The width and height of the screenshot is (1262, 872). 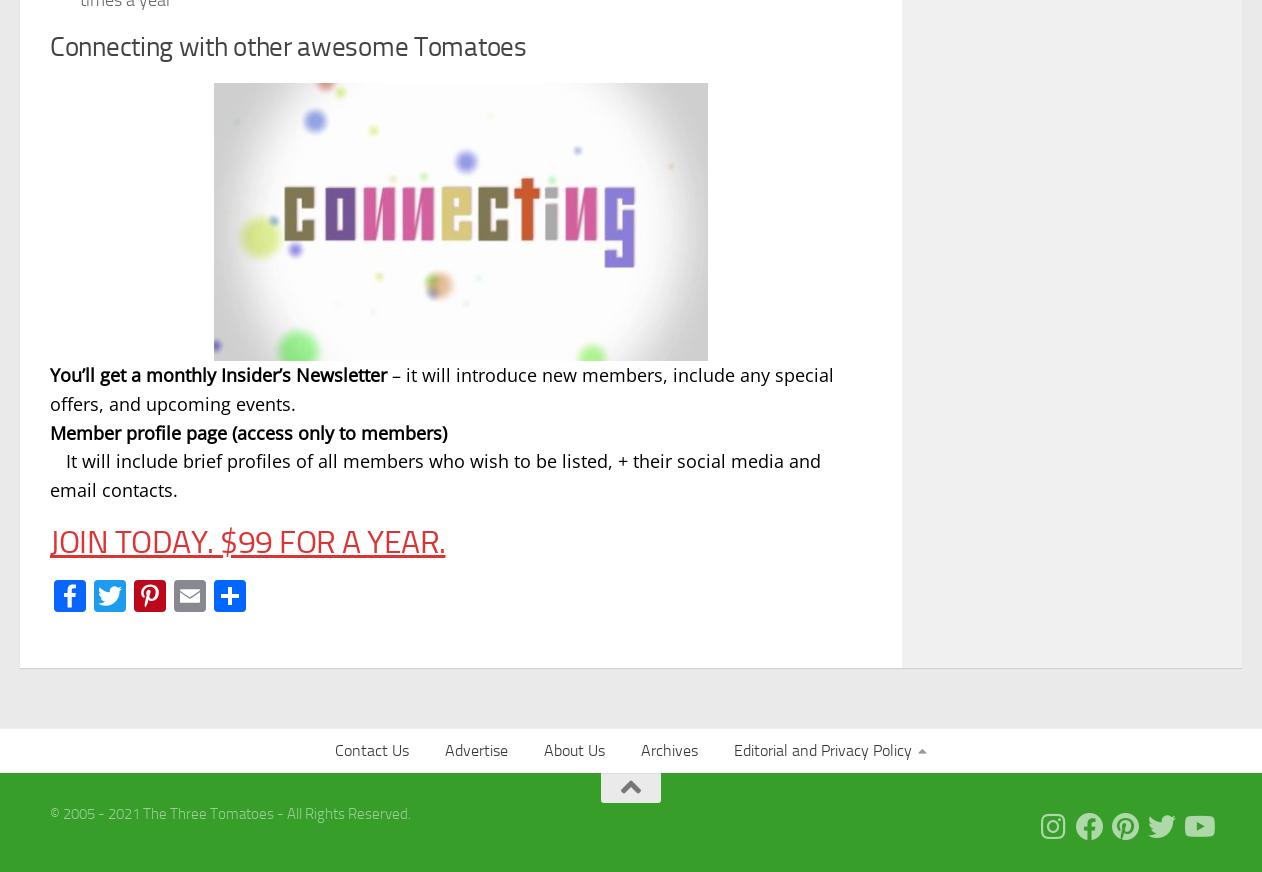 I want to click on 'Member profile page (access only to members)', so click(x=247, y=431).